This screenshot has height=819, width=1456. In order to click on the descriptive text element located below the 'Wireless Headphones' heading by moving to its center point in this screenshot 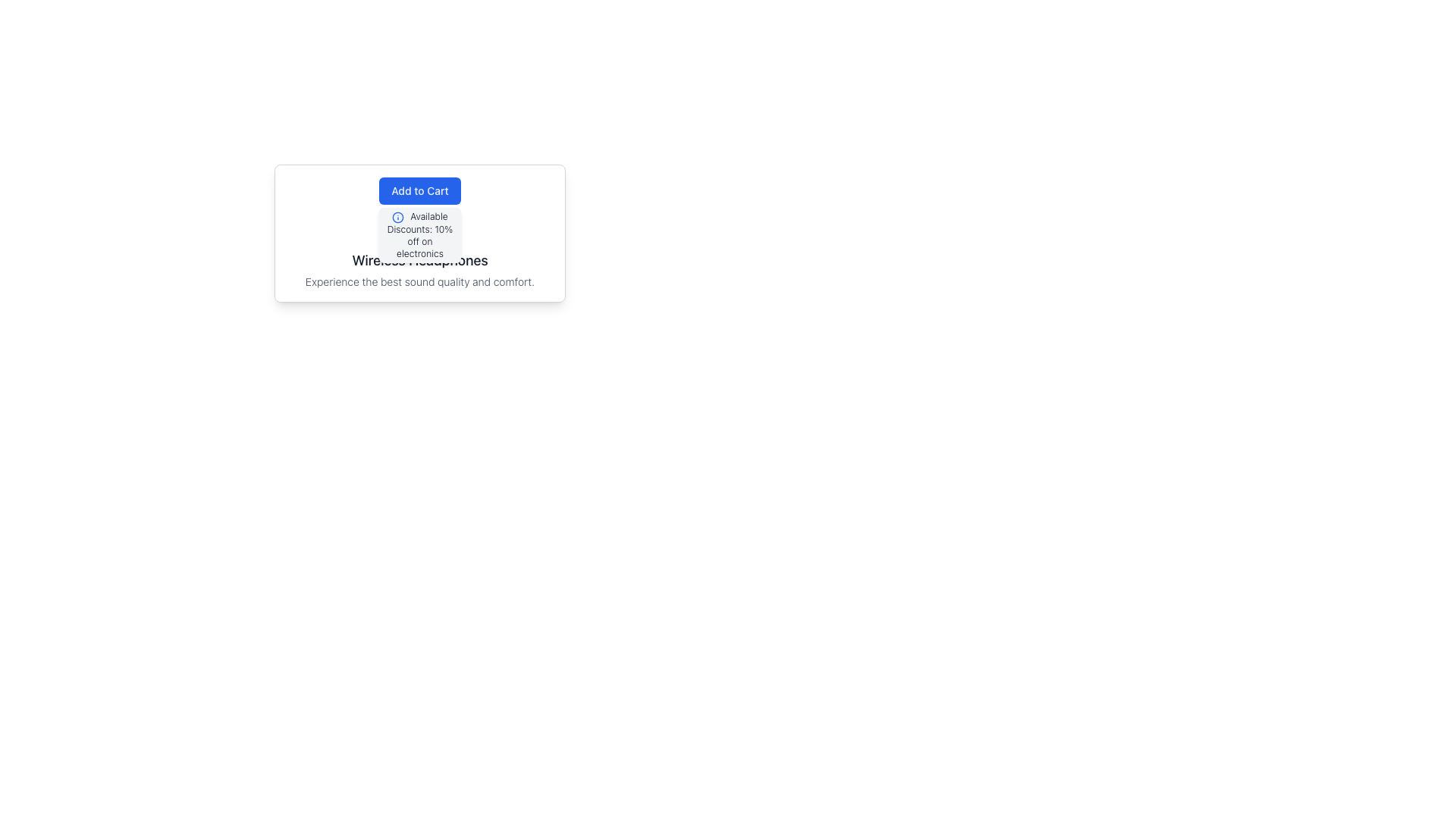, I will do `click(419, 281)`.